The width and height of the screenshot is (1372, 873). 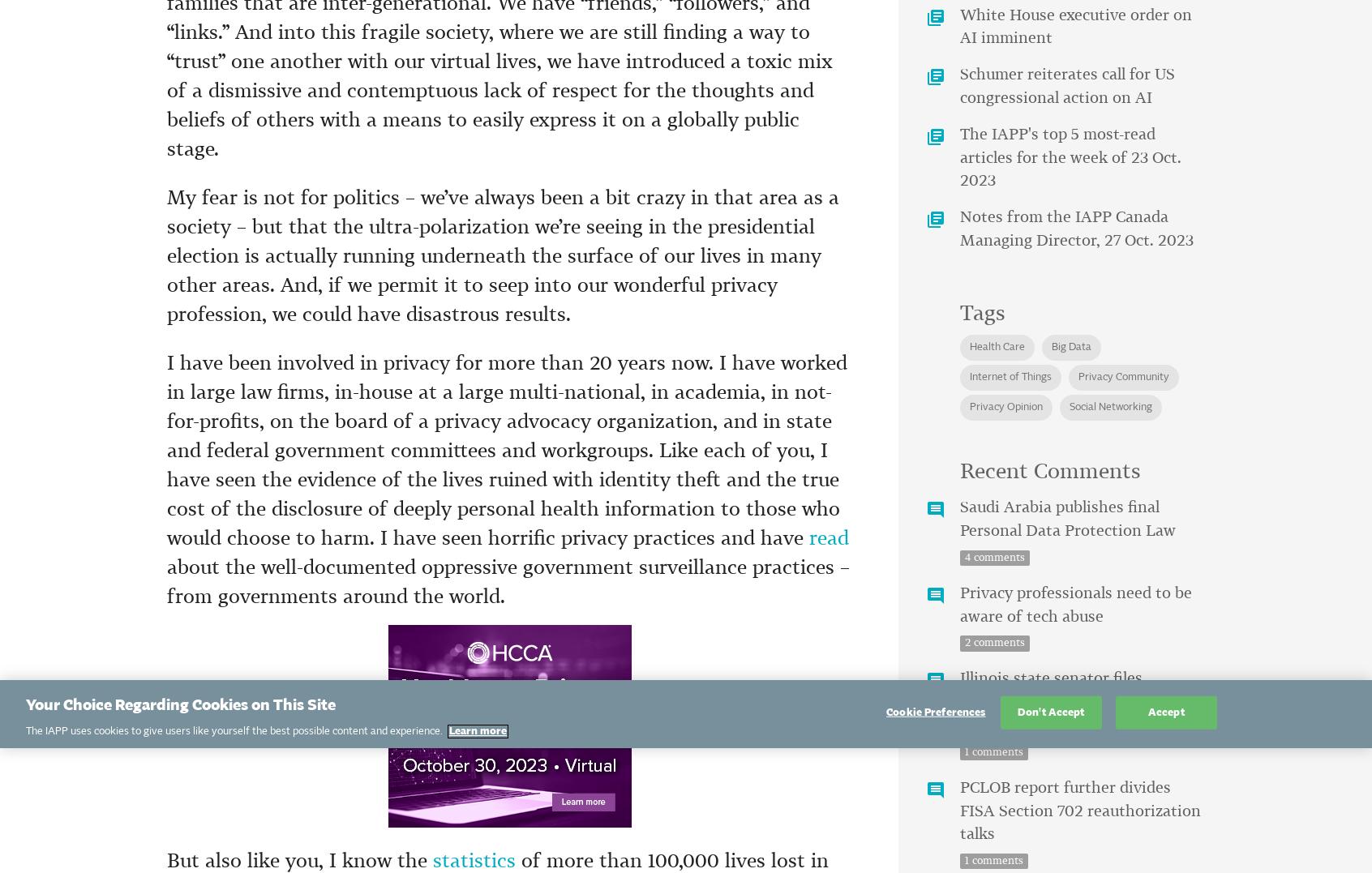 I want to click on 'Saudi Arabia publishes final Personal Data Protection Law', so click(x=1066, y=519).